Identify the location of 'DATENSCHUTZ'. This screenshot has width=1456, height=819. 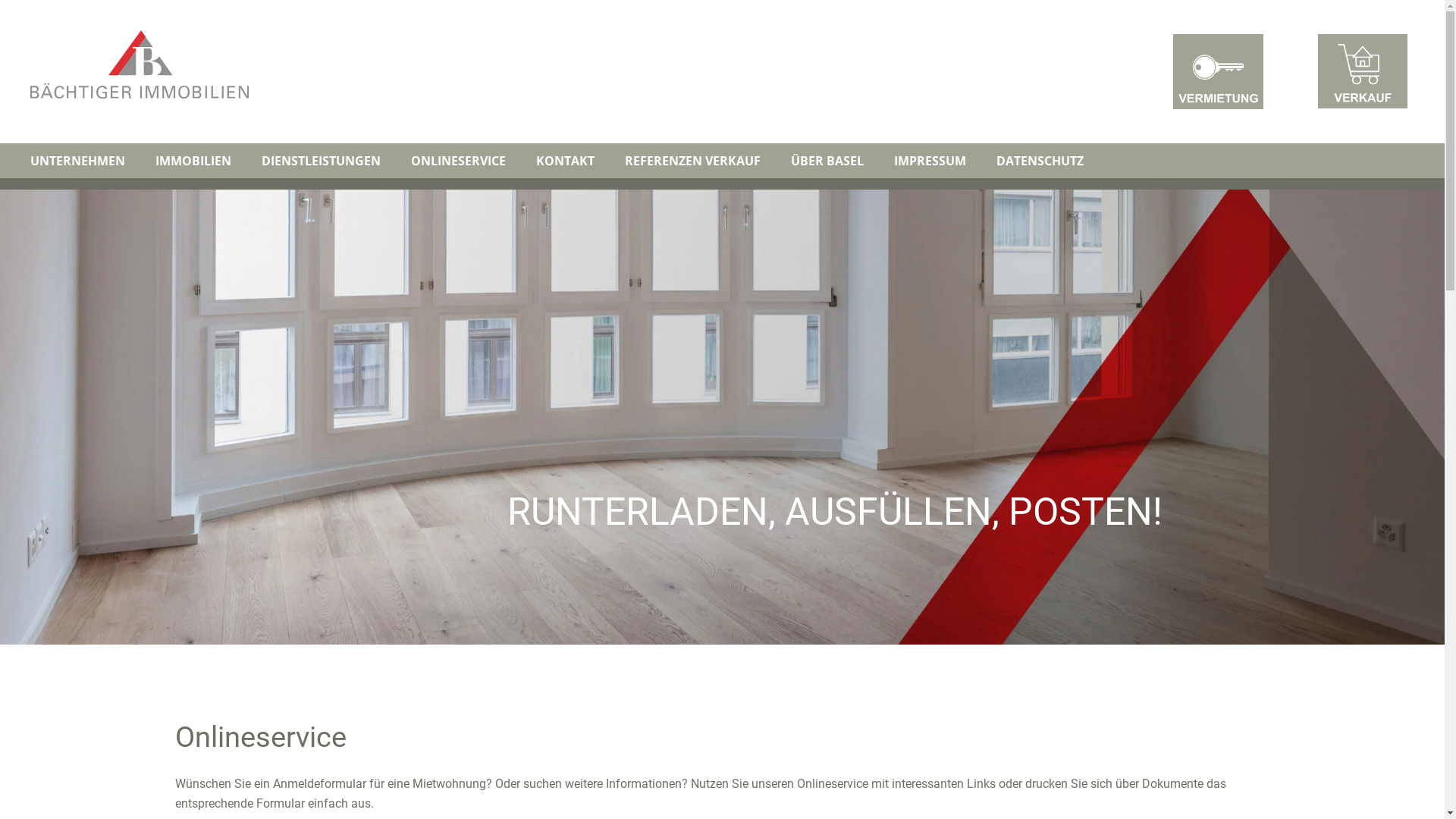
(1039, 161).